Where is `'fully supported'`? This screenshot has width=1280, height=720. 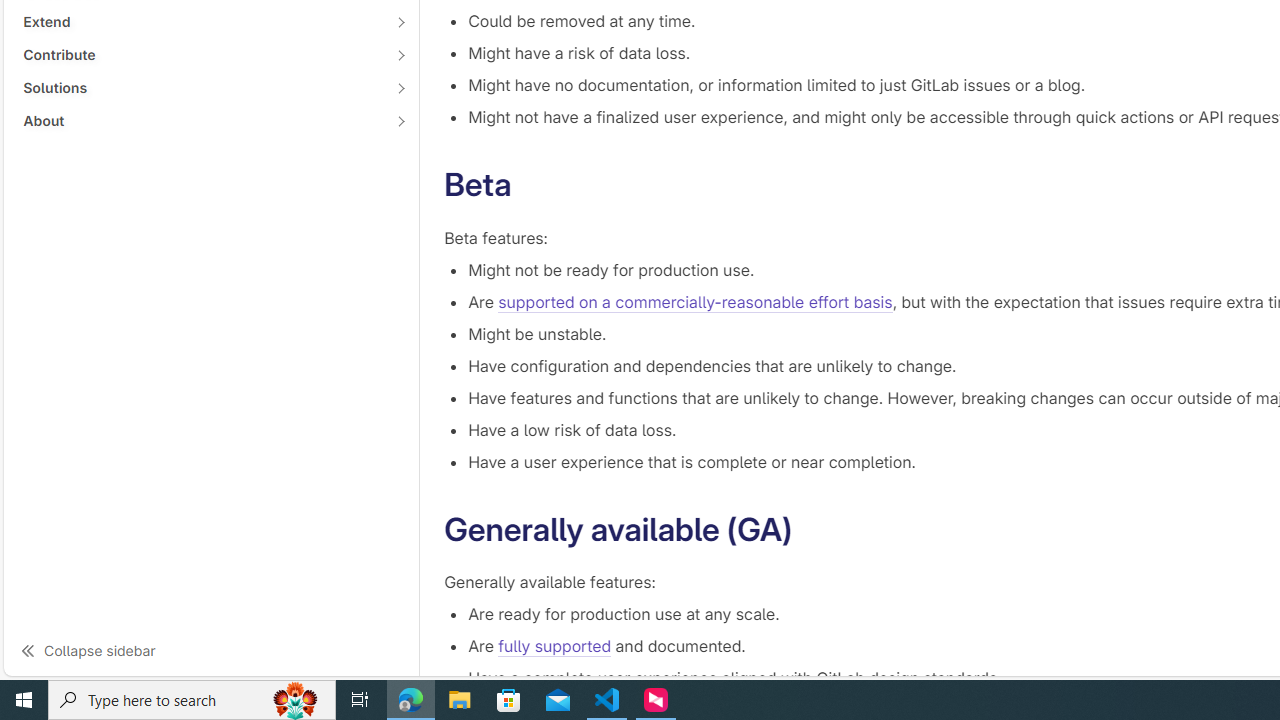 'fully supported' is located at coordinates (554, 646).